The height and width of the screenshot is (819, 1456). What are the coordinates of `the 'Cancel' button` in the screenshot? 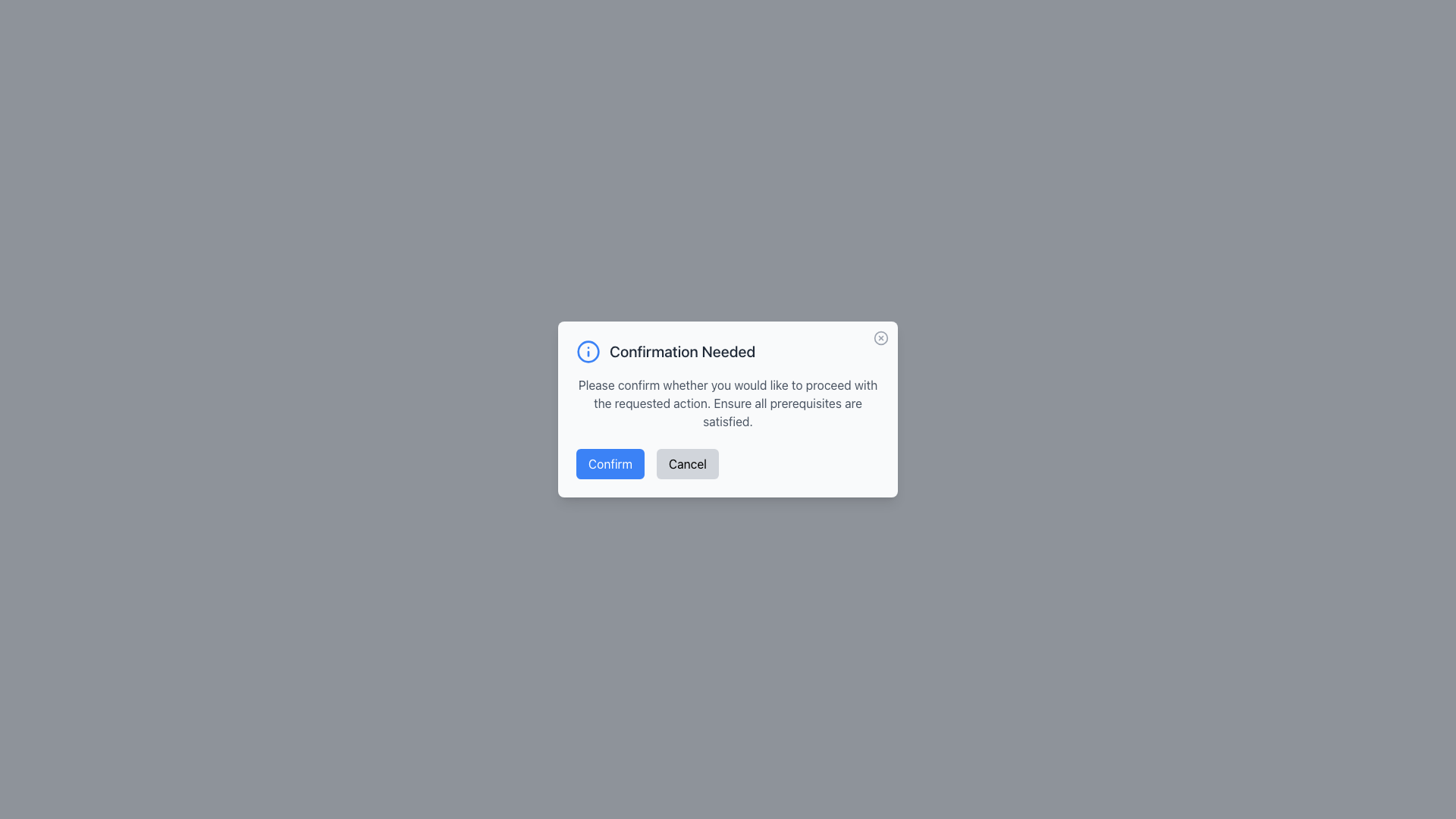 It's located at (686, 463).